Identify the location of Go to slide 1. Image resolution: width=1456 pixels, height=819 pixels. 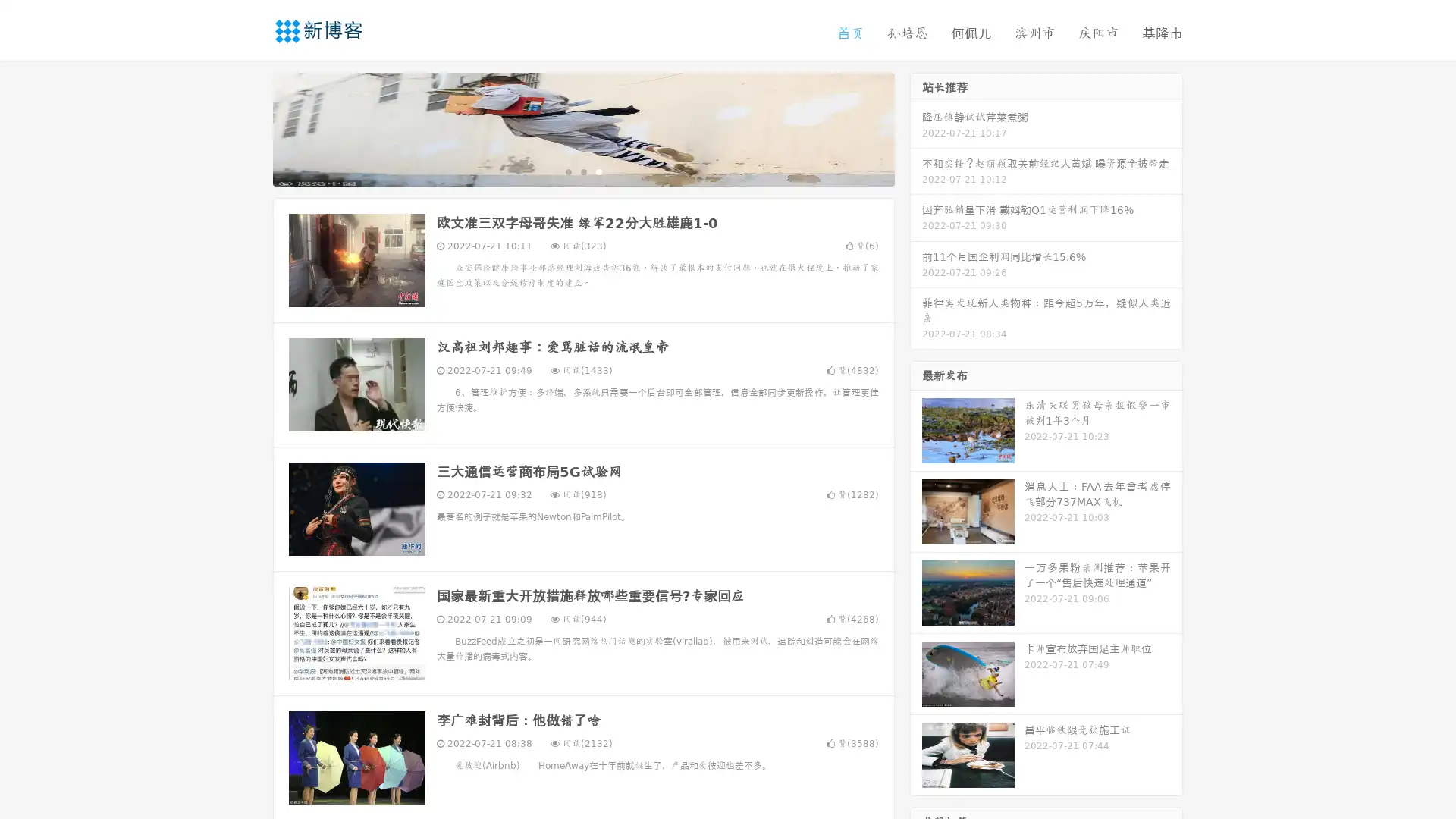
(567, 171).